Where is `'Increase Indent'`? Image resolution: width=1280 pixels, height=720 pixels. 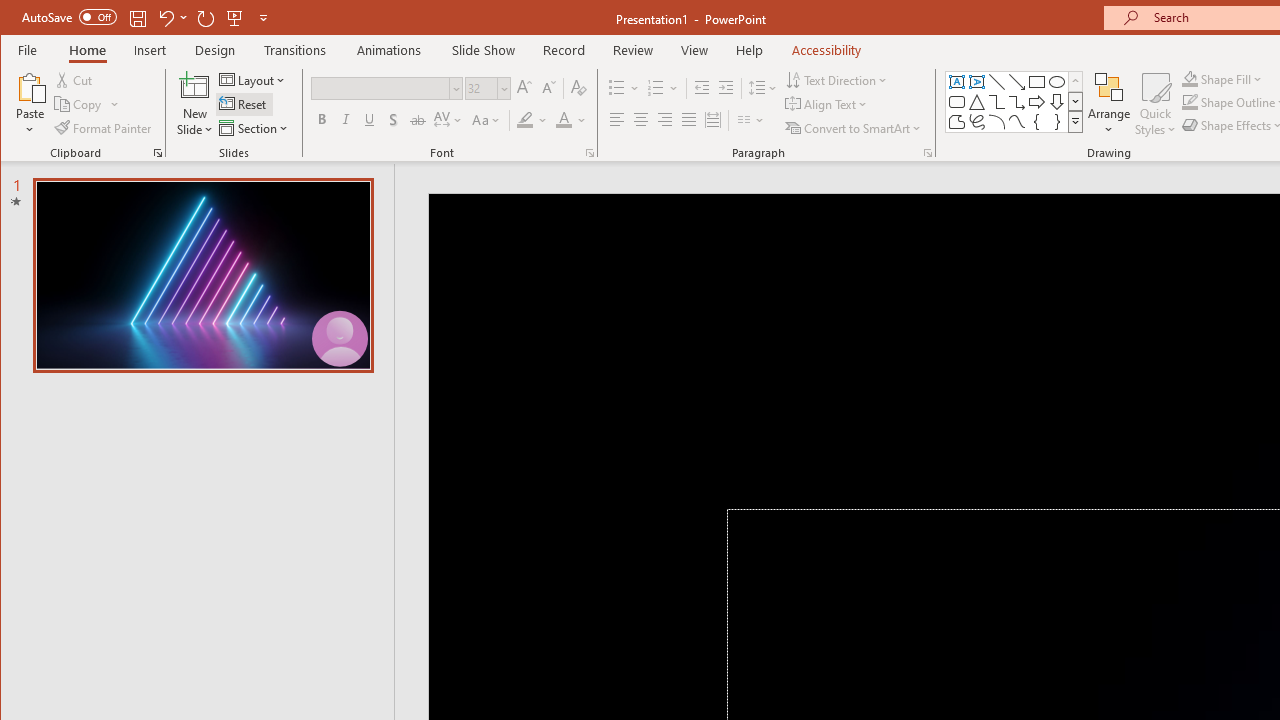 'Increase Indent' is located at coordinates (725, 87).